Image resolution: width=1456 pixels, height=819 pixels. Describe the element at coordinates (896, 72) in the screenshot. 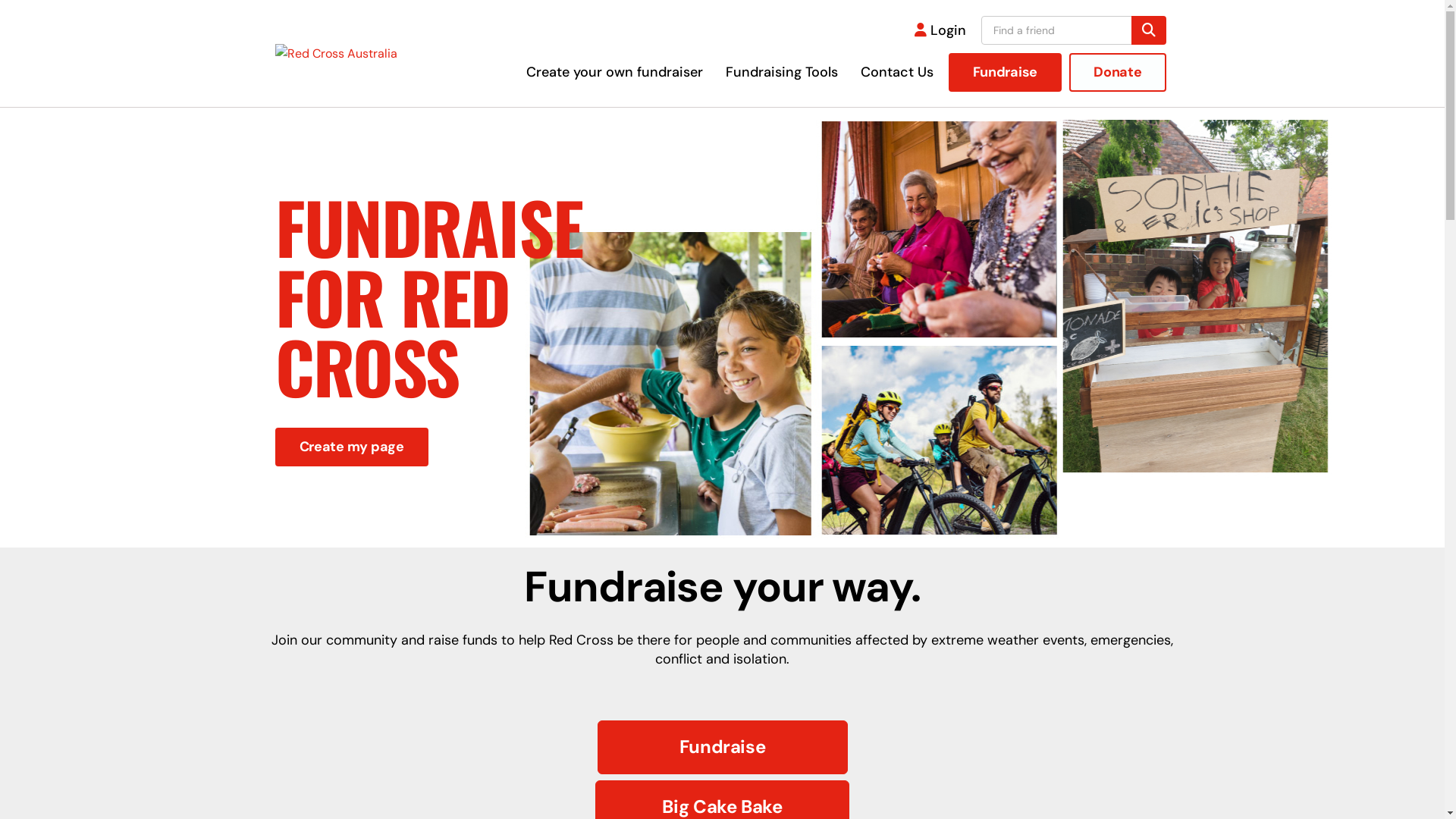

I see `'Contact Us'` at that location.